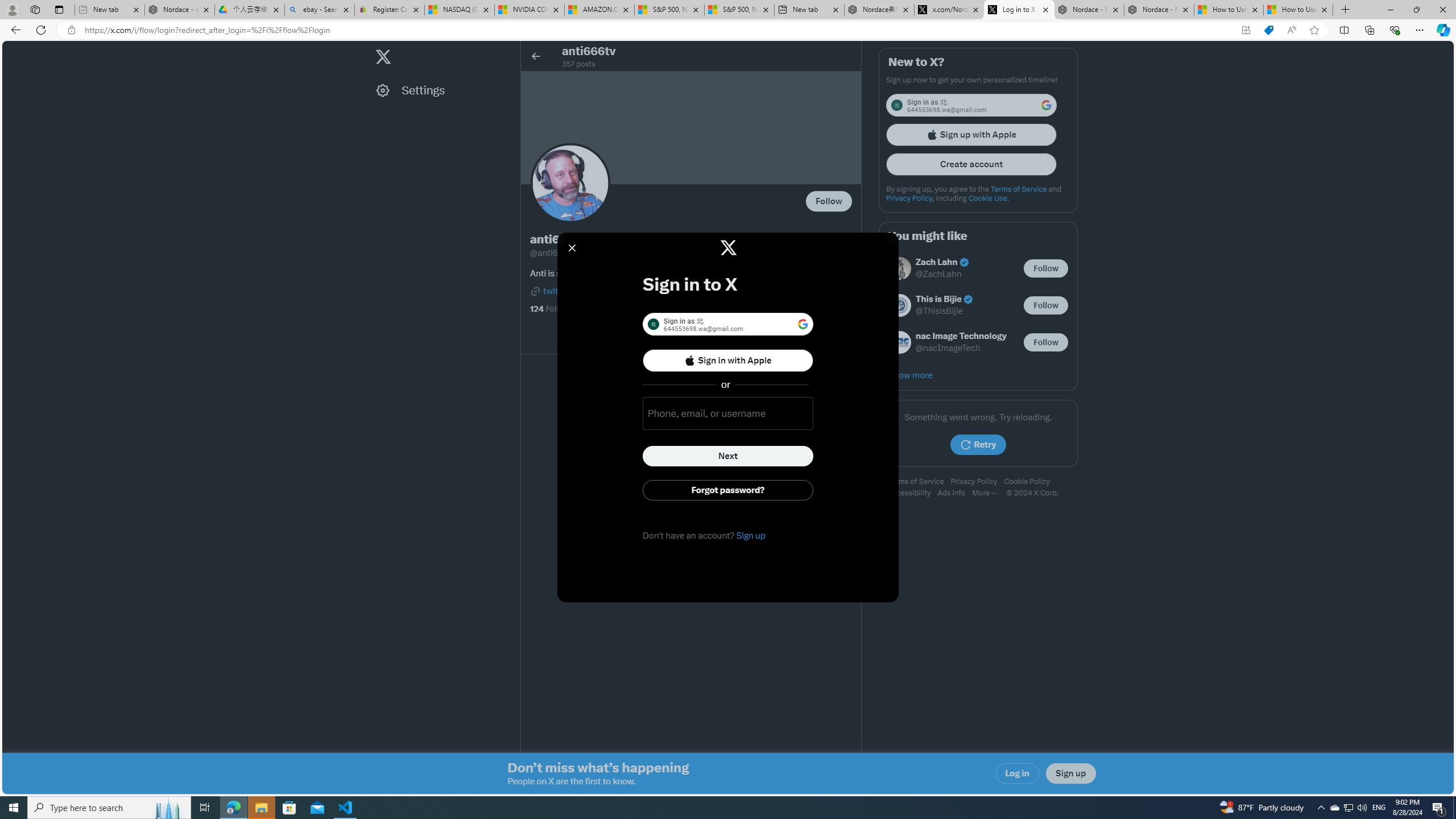 The image size is (1456, 819). I want to click on 'Browser essentials', so click(1394, 29).